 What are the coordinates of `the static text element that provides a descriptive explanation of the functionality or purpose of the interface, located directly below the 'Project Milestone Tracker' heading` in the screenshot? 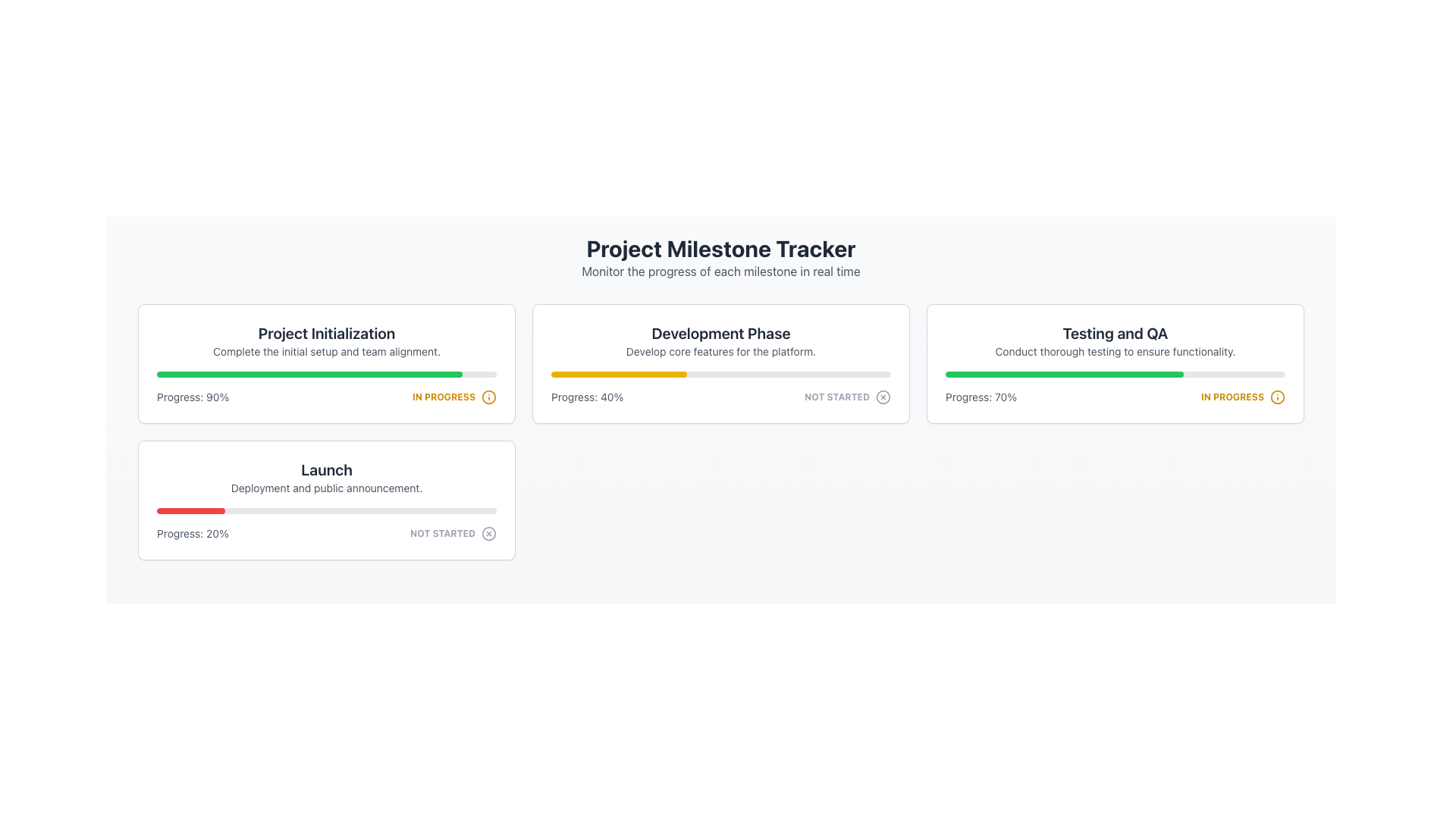 It's located at (720, 271).